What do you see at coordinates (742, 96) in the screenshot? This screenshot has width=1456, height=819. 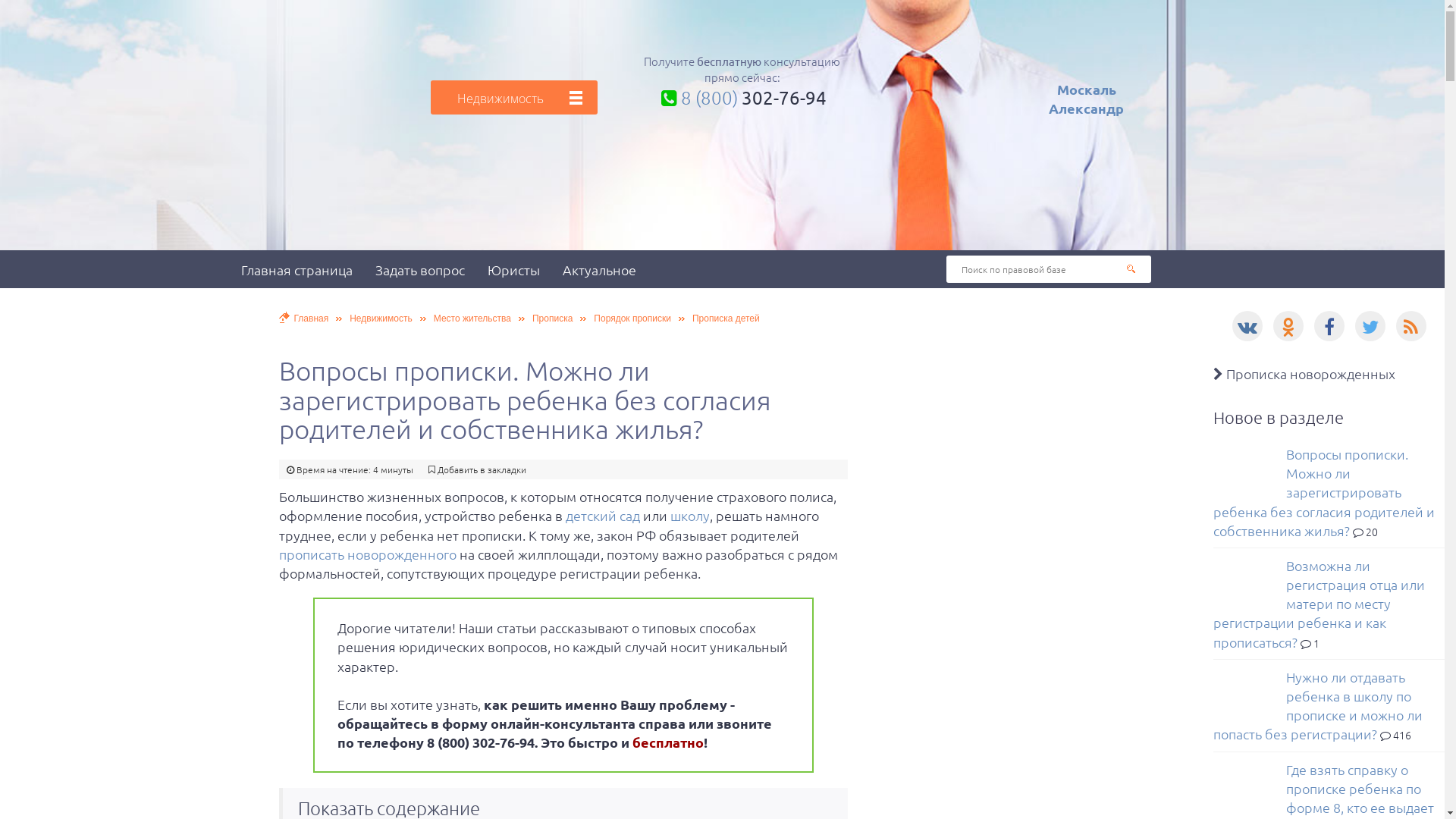 I see `'8 (800) 302-76-94'` at bounding box center [742, 96].